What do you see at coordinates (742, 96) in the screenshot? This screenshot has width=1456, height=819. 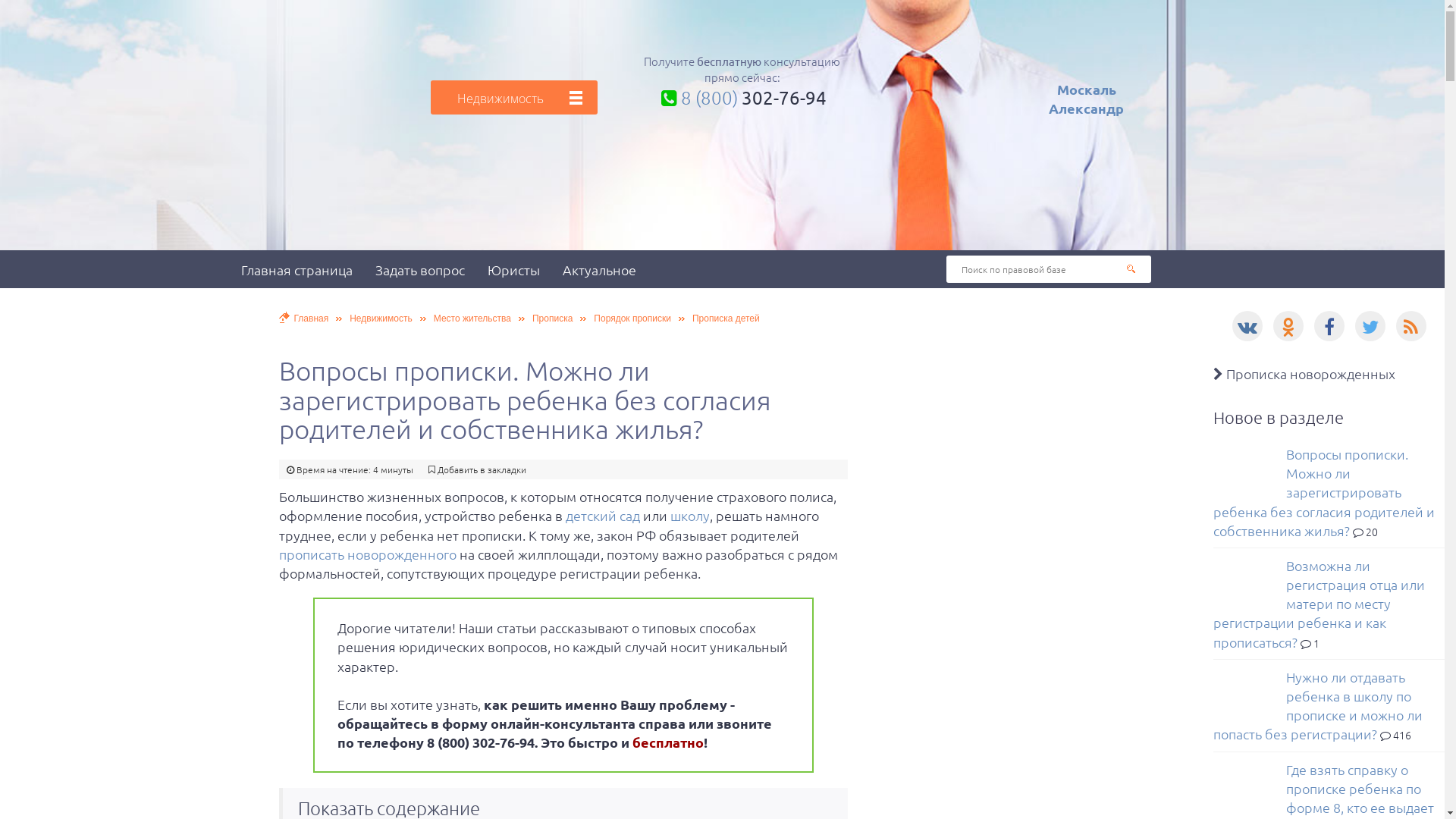 I see `'8 (800) 302-76-94'` at bounding box center [742, 96].